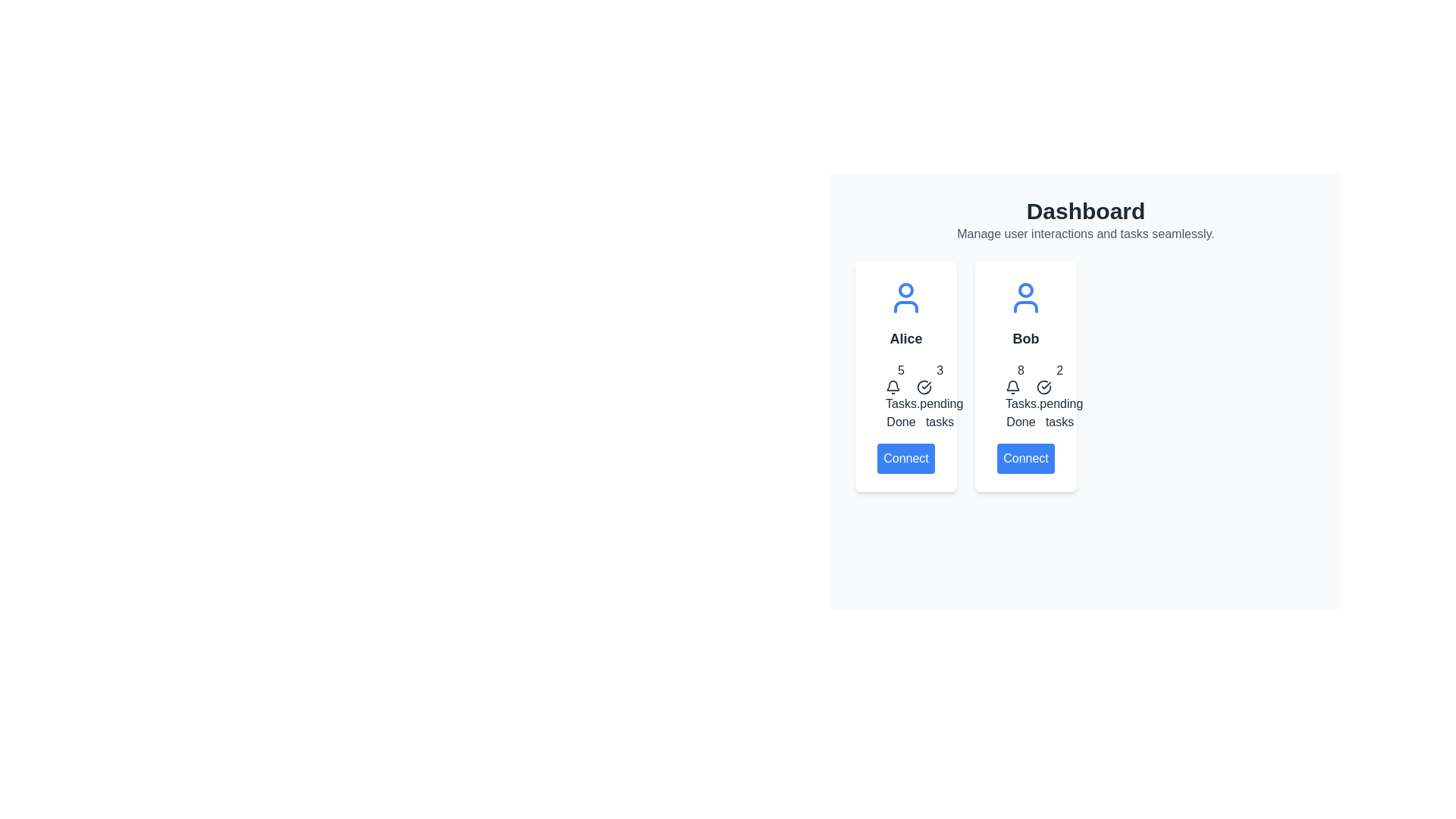  What do you see at coordinates (1043, 386) in the screenshot?
I see `the status icon indicating the number of completed tasks for the user named Bob, located to the left of 'Done tasks' and below the number 2` at bounding box center [1043, 386].